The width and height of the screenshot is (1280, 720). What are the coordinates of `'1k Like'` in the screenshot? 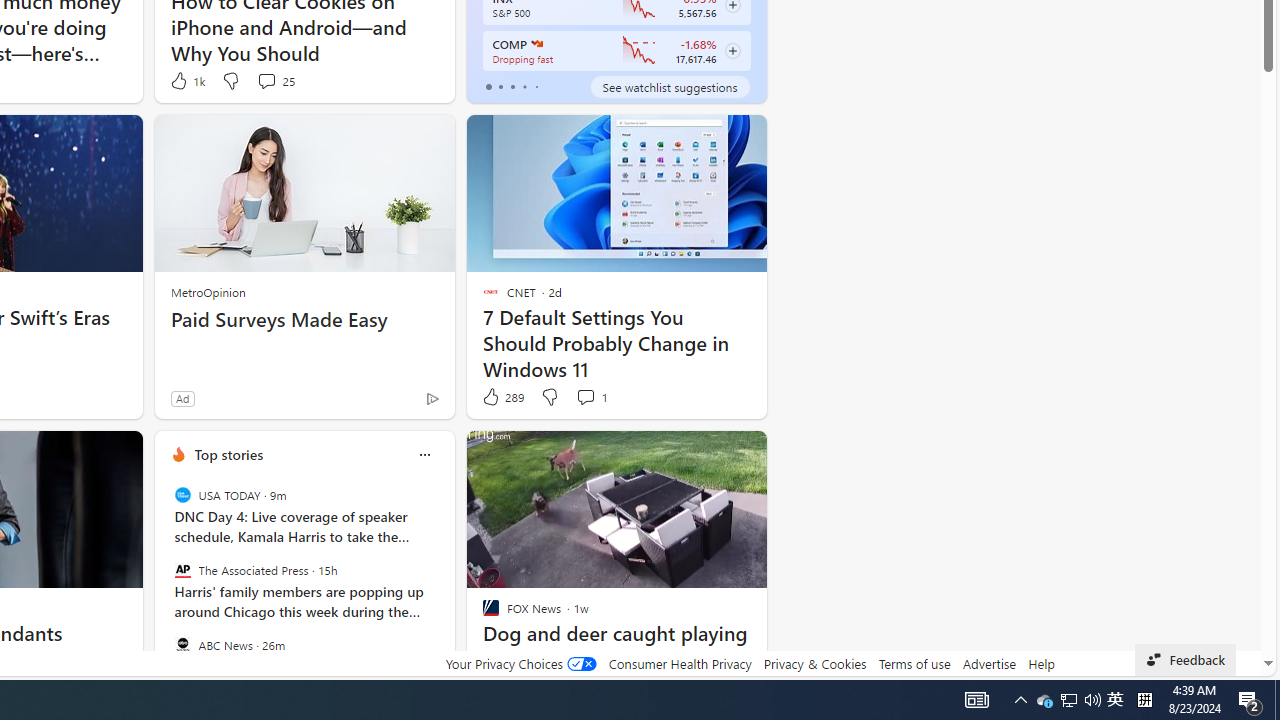 It's located at (186, 80).